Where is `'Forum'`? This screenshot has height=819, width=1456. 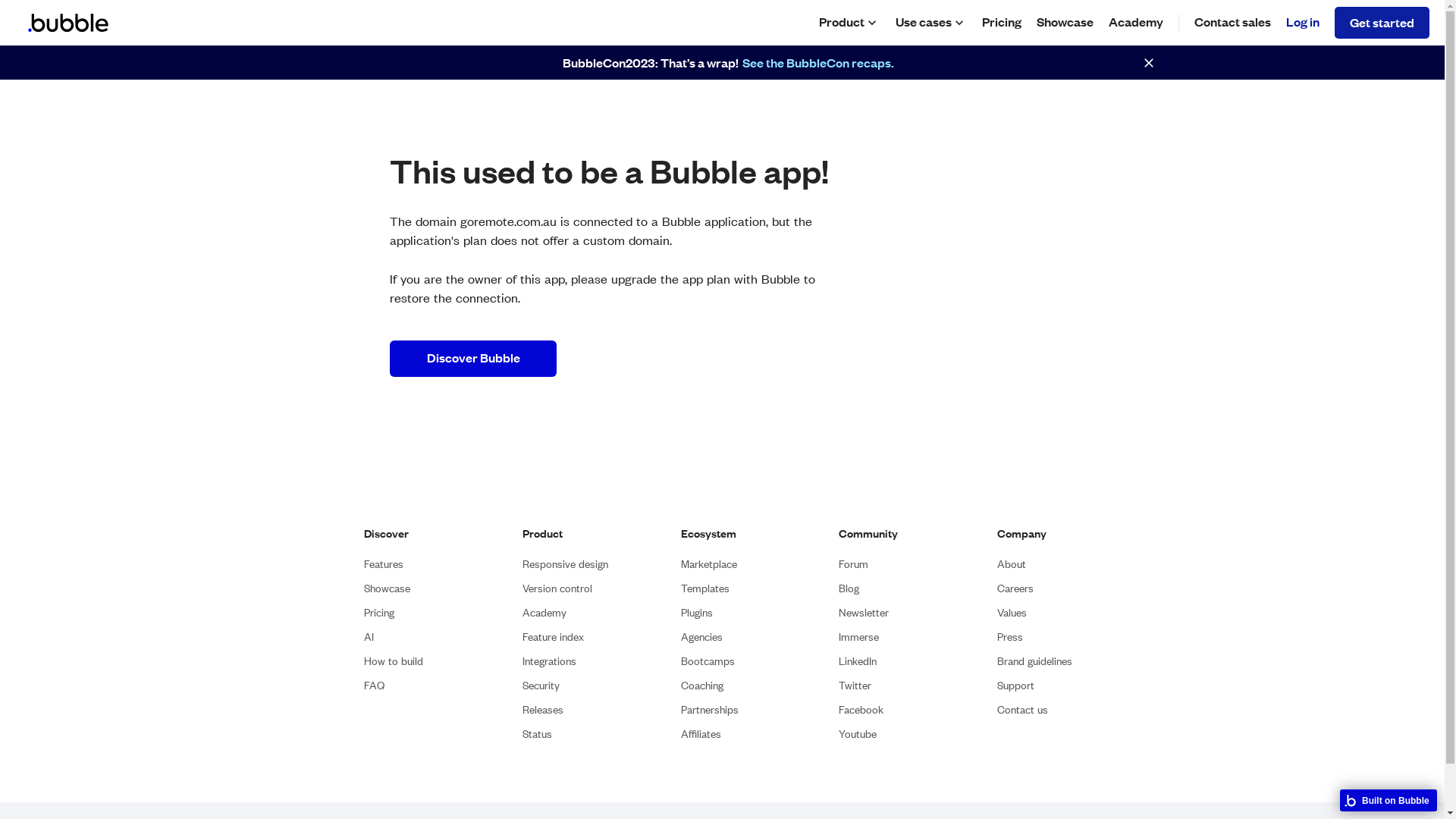 'Forum' is located at coordinates (837, 563).